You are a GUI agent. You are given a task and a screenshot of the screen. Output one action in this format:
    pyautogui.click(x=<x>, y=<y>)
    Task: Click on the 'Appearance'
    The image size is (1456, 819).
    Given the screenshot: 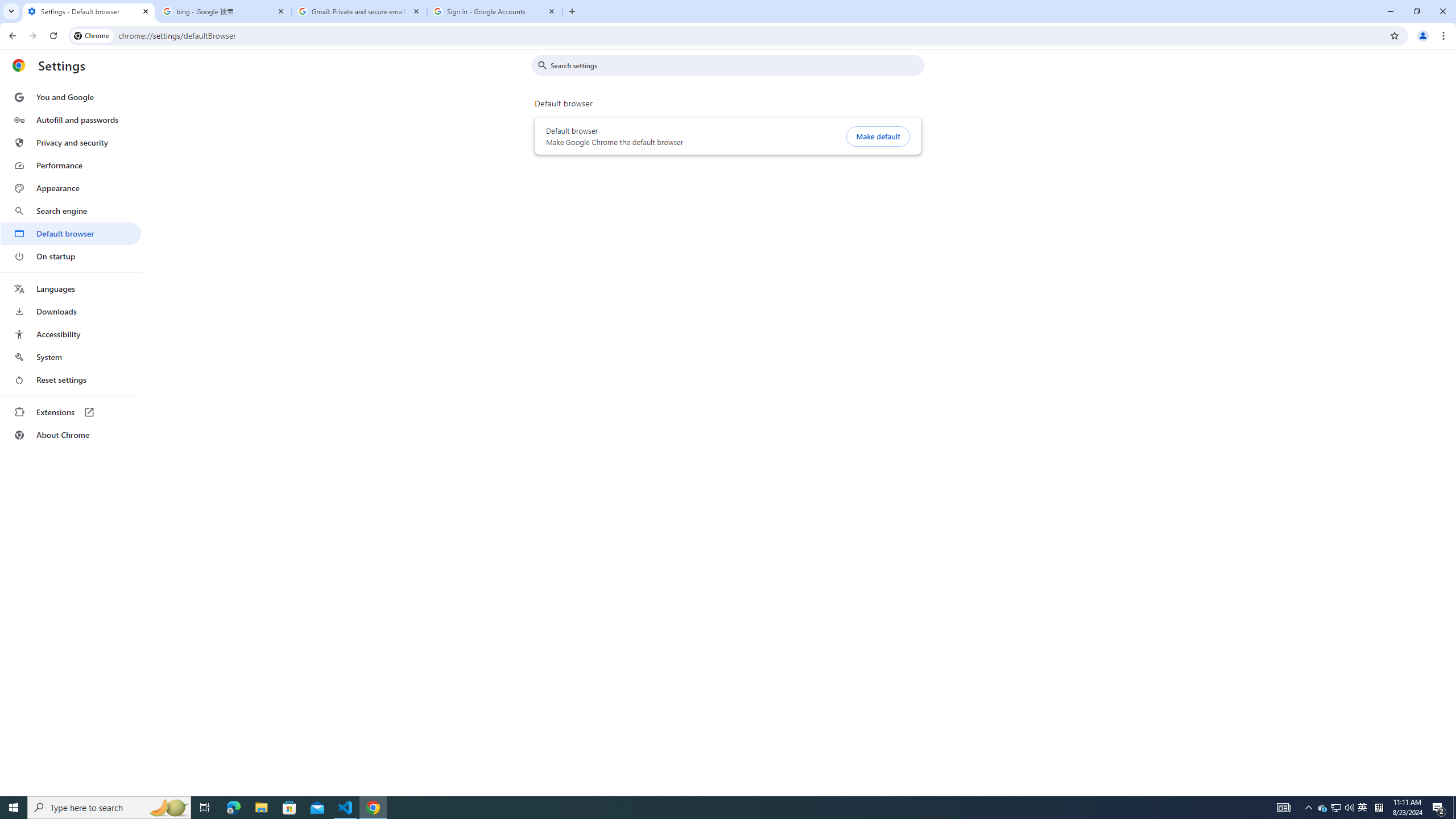 What is the action you would take?
    pyautogui.click(x=70, y=188)
    